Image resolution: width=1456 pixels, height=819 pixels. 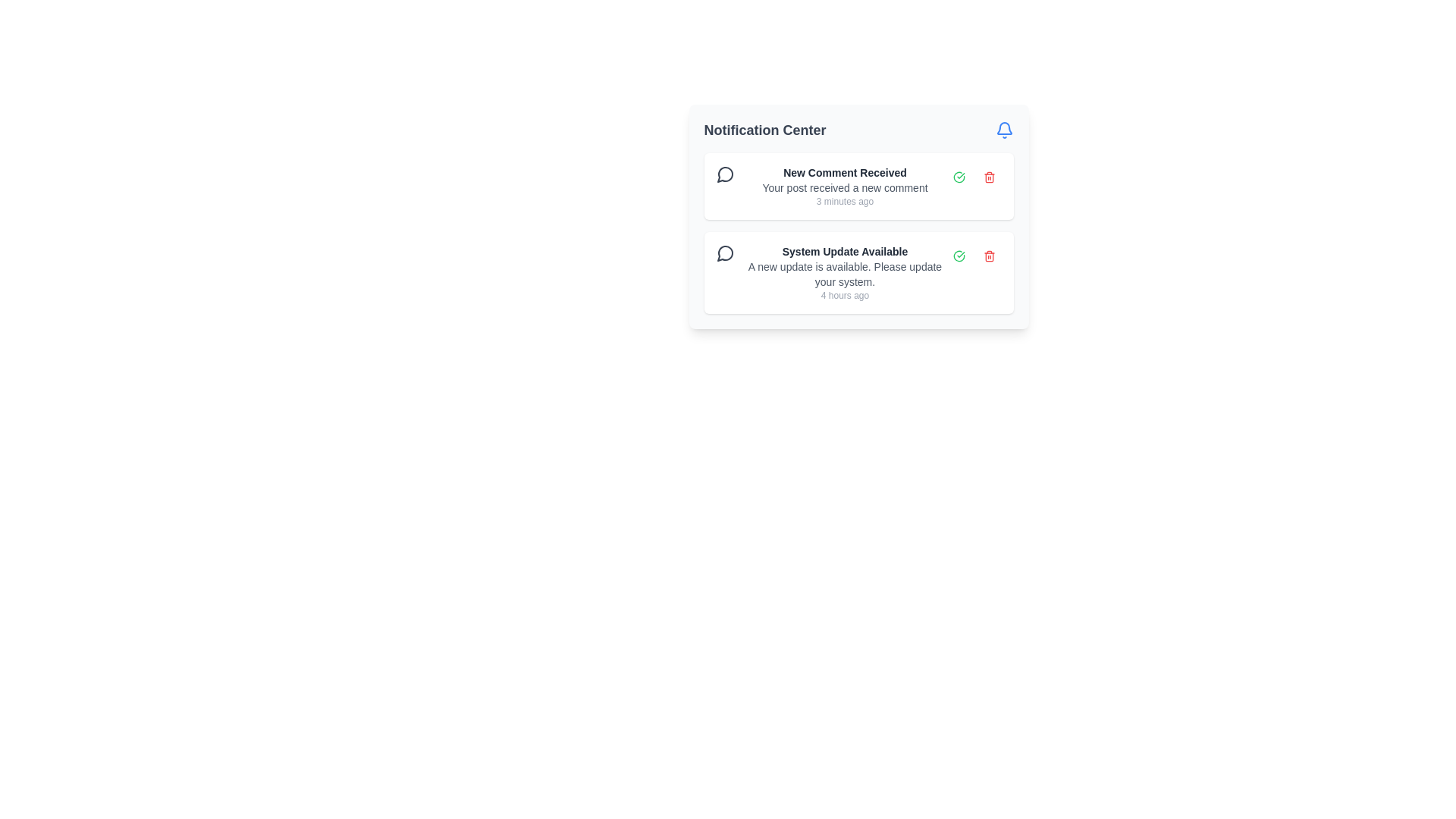 What do you see at coordinates (989, 177) in the screenshot?
I see `the red trash bin icon located in the second position of the interactive controls section of the 'New Comment Received' notification` at bounding box center [989, 177].